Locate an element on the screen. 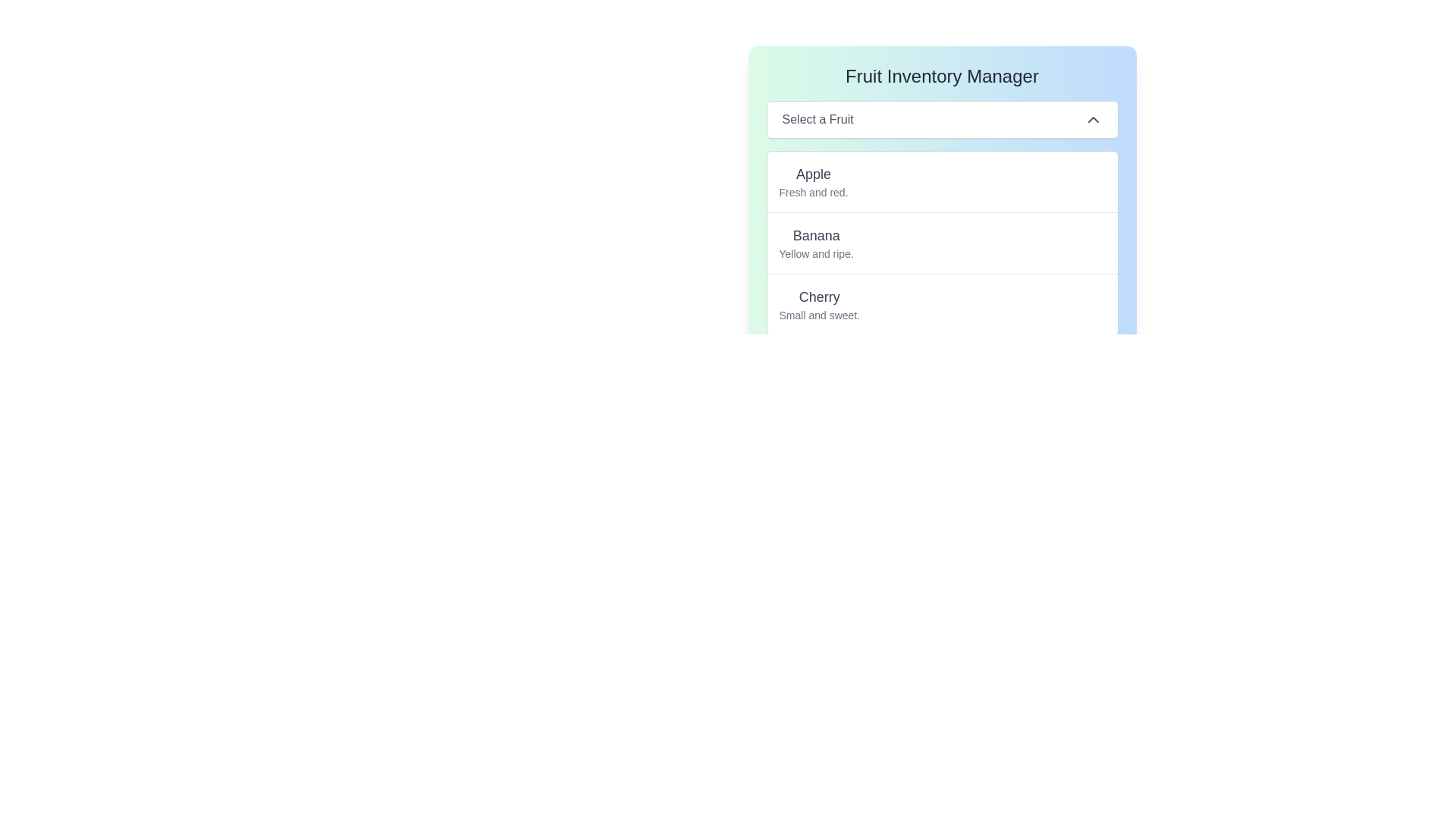 Image resolution: width=1456 pixels, height=819 pixels. the text label 'Banana' which is styled in bold gray font and is the second item in the 'Select a Fruit' list in the 'Fruit Inventory Manager' interface is located at coordinates (815, 236).